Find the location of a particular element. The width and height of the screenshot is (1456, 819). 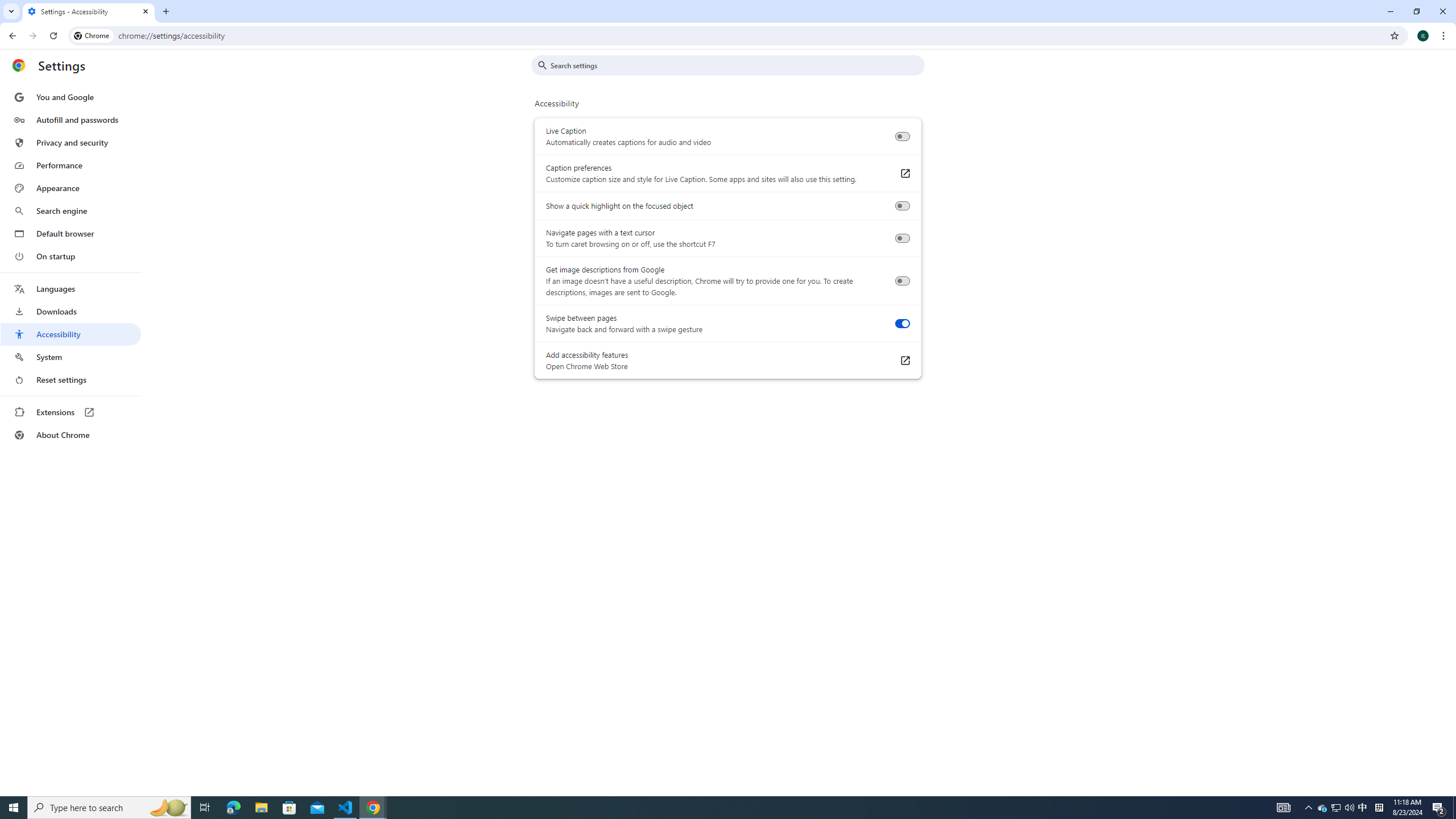

'Privacy and security' is located at coordinates (70, 142).